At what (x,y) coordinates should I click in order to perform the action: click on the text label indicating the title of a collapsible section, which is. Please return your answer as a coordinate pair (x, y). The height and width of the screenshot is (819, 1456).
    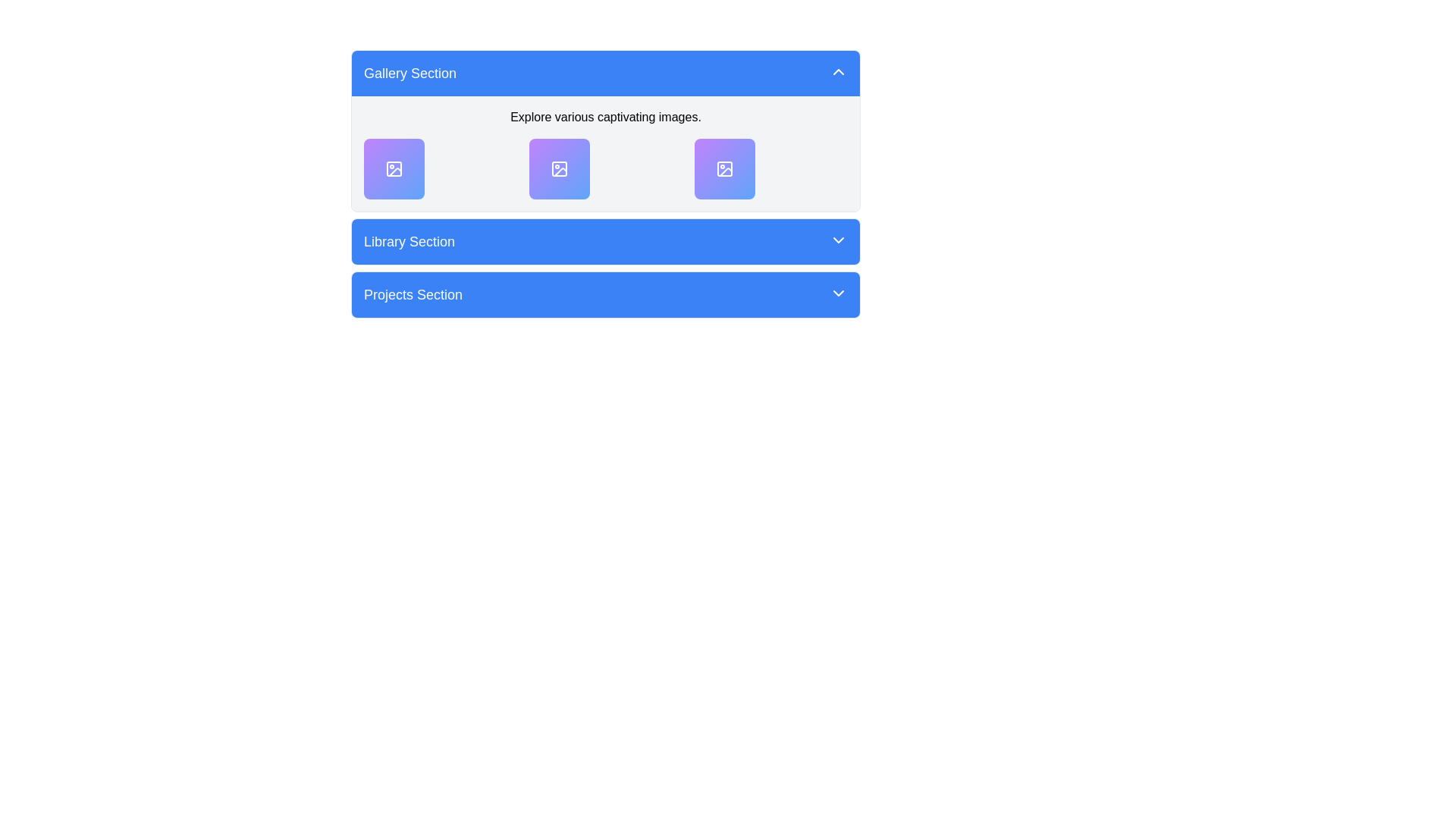
    Looking at the image, I should click on (413, 295).